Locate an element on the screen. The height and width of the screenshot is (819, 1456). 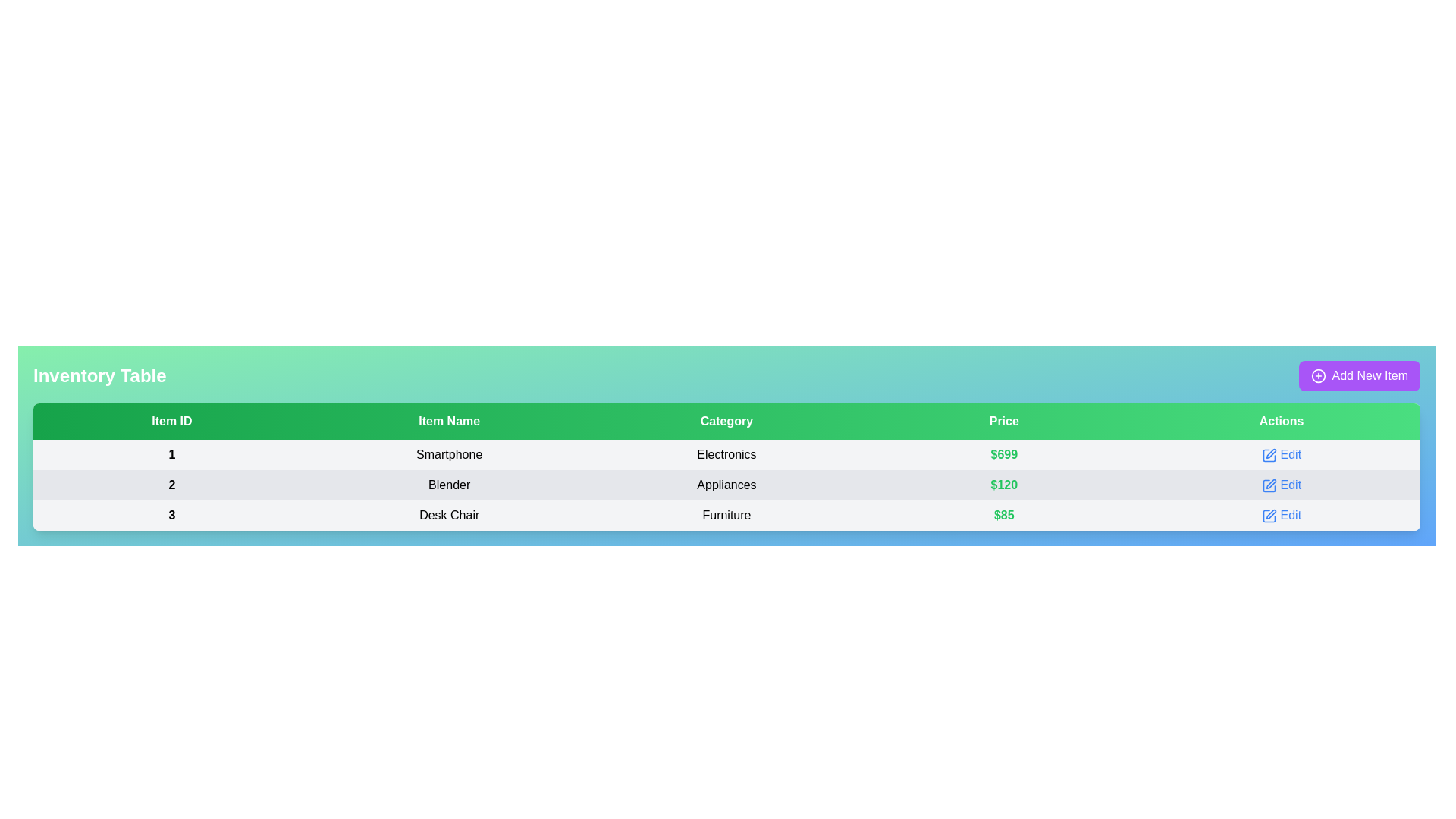
the 'Category' column header in the table, which is the third column header from the left among 'Item ID,' 'Item Name,' 'Category,' 'Price,' and 'Actions.' is located at coordinates (726, 421).